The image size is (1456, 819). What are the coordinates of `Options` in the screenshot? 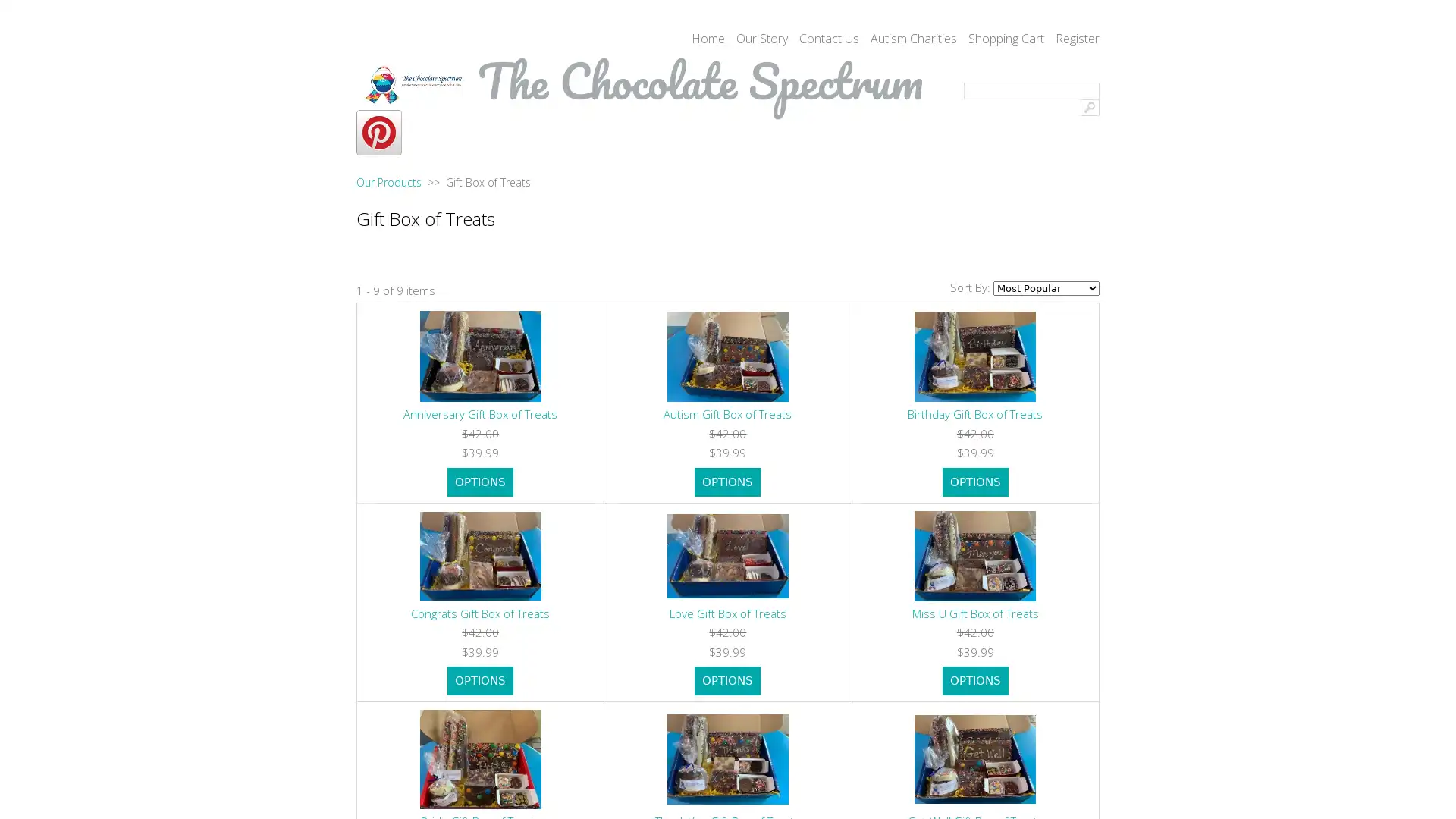 It's located at (479, 680).